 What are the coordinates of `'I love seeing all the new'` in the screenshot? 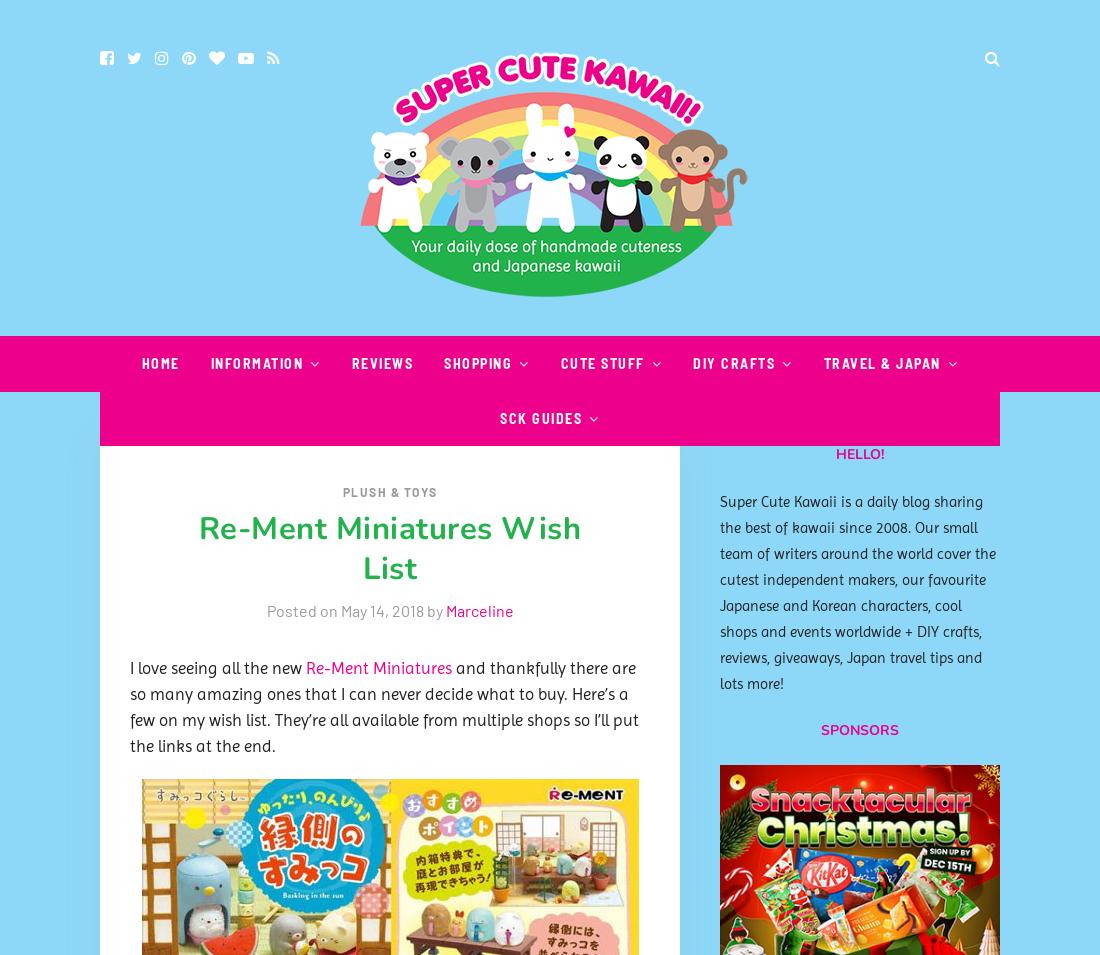 It's located at (218, 665).